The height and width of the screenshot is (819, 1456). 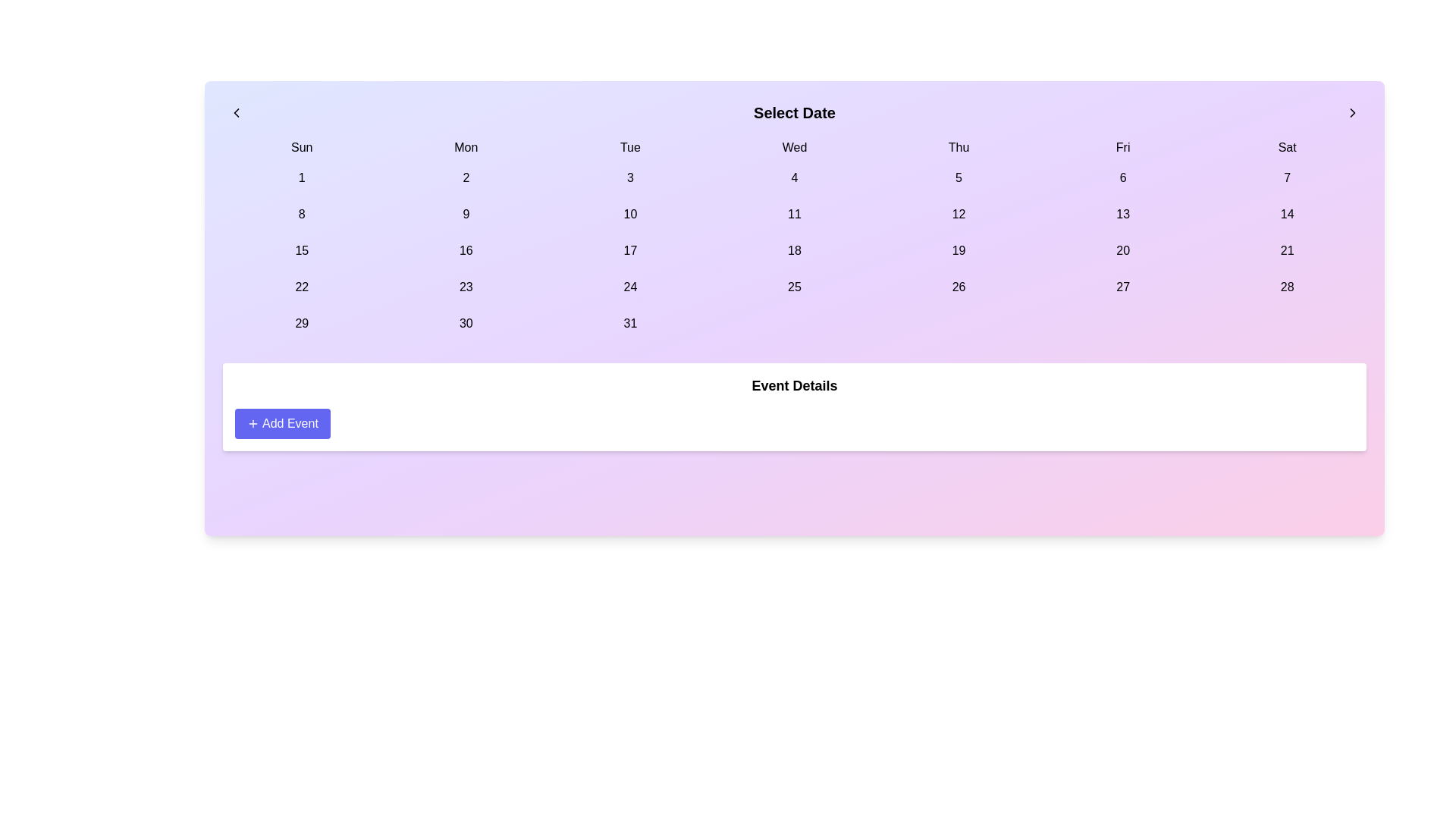 What do you see at coordinates (302, 214) in the screenshot?
I see `the button displaying the text '8' located in the second row, first column of the calendar layout` at bounding box center [302, 214].